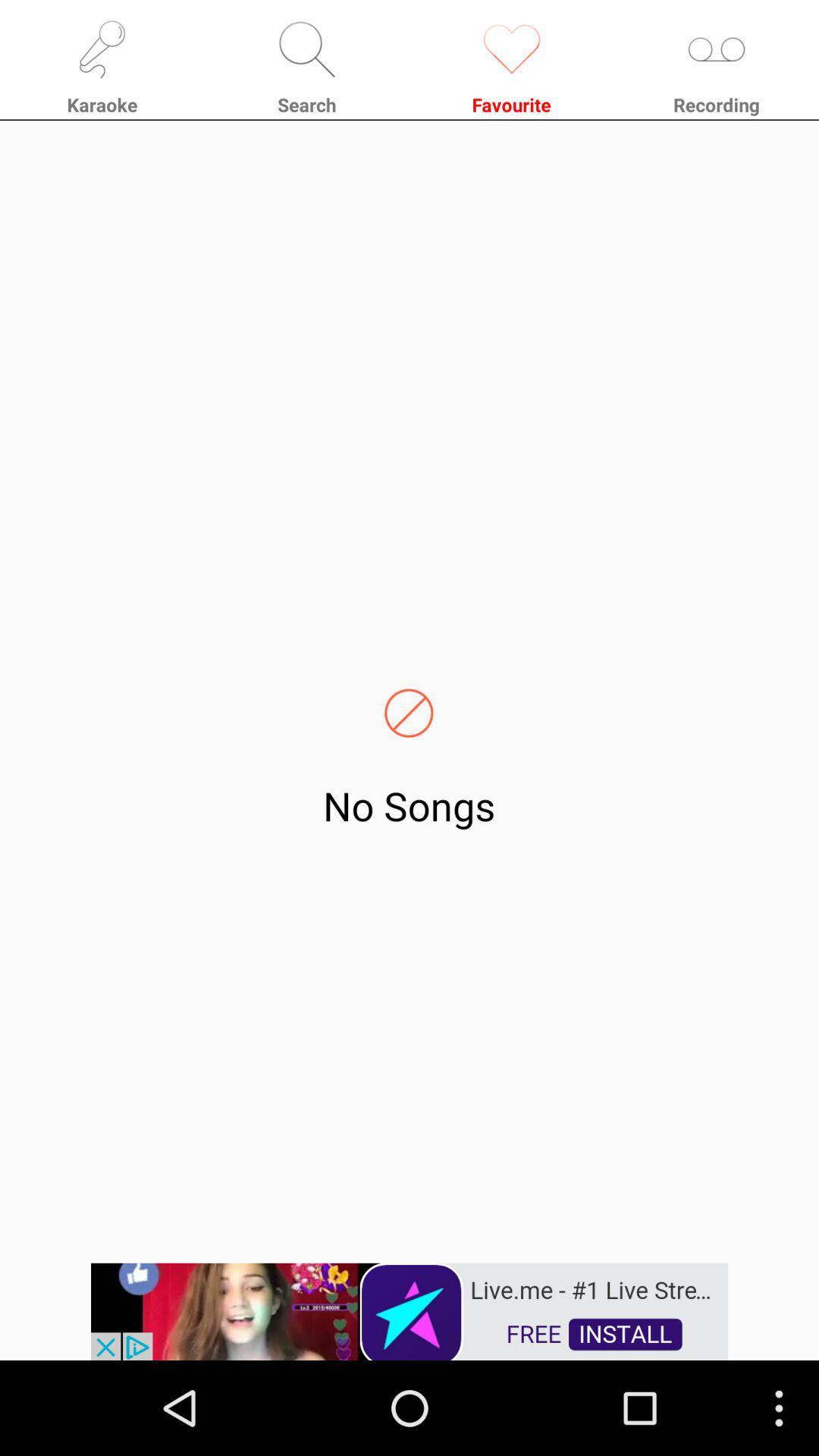  What do you see at coordinates (409, 1310) in the screenshot?
I see `open this advertisement` at bounding box center [409, 1310].